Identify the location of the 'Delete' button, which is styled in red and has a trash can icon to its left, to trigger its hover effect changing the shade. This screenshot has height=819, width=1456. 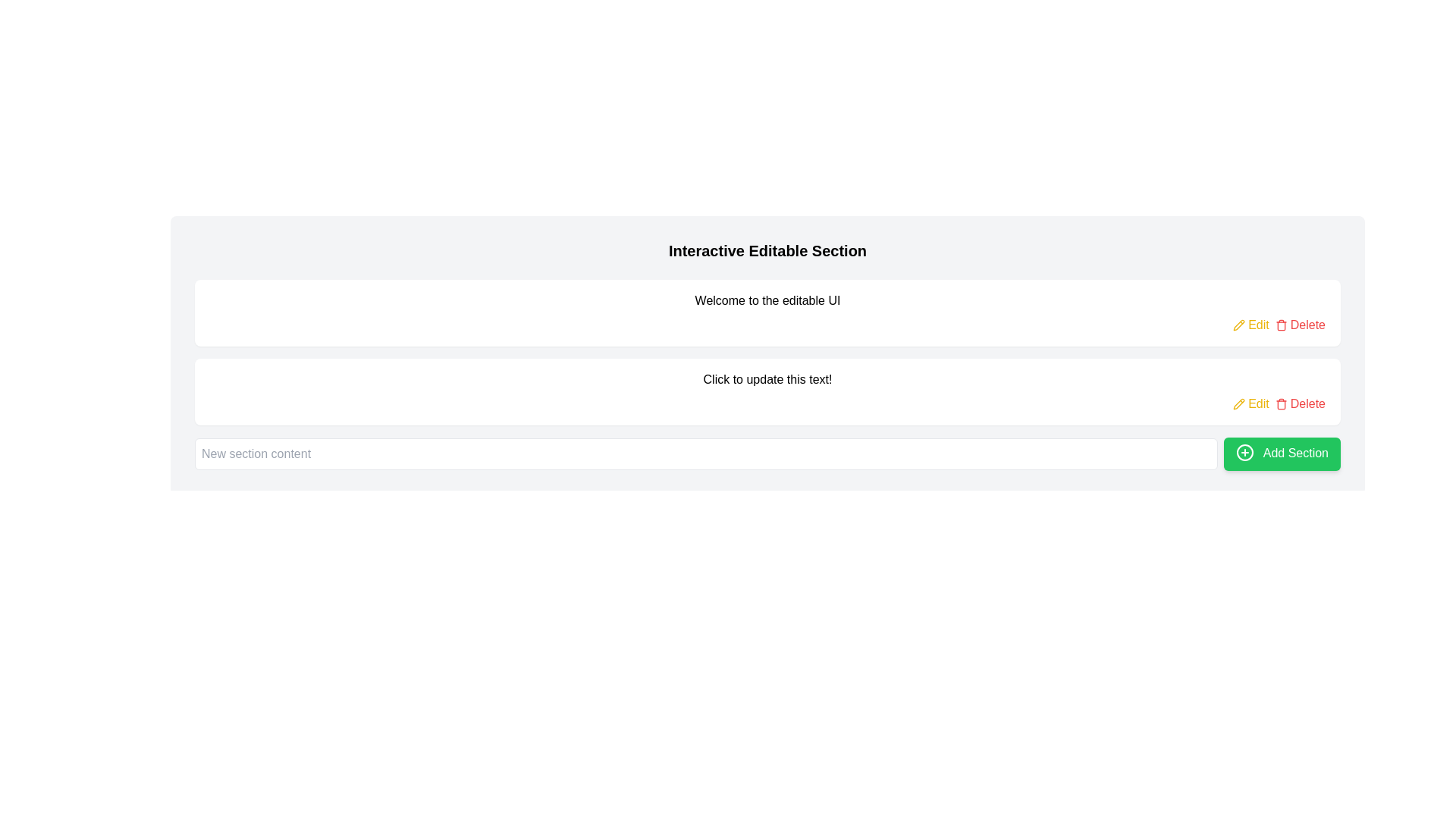
(1299, 324).